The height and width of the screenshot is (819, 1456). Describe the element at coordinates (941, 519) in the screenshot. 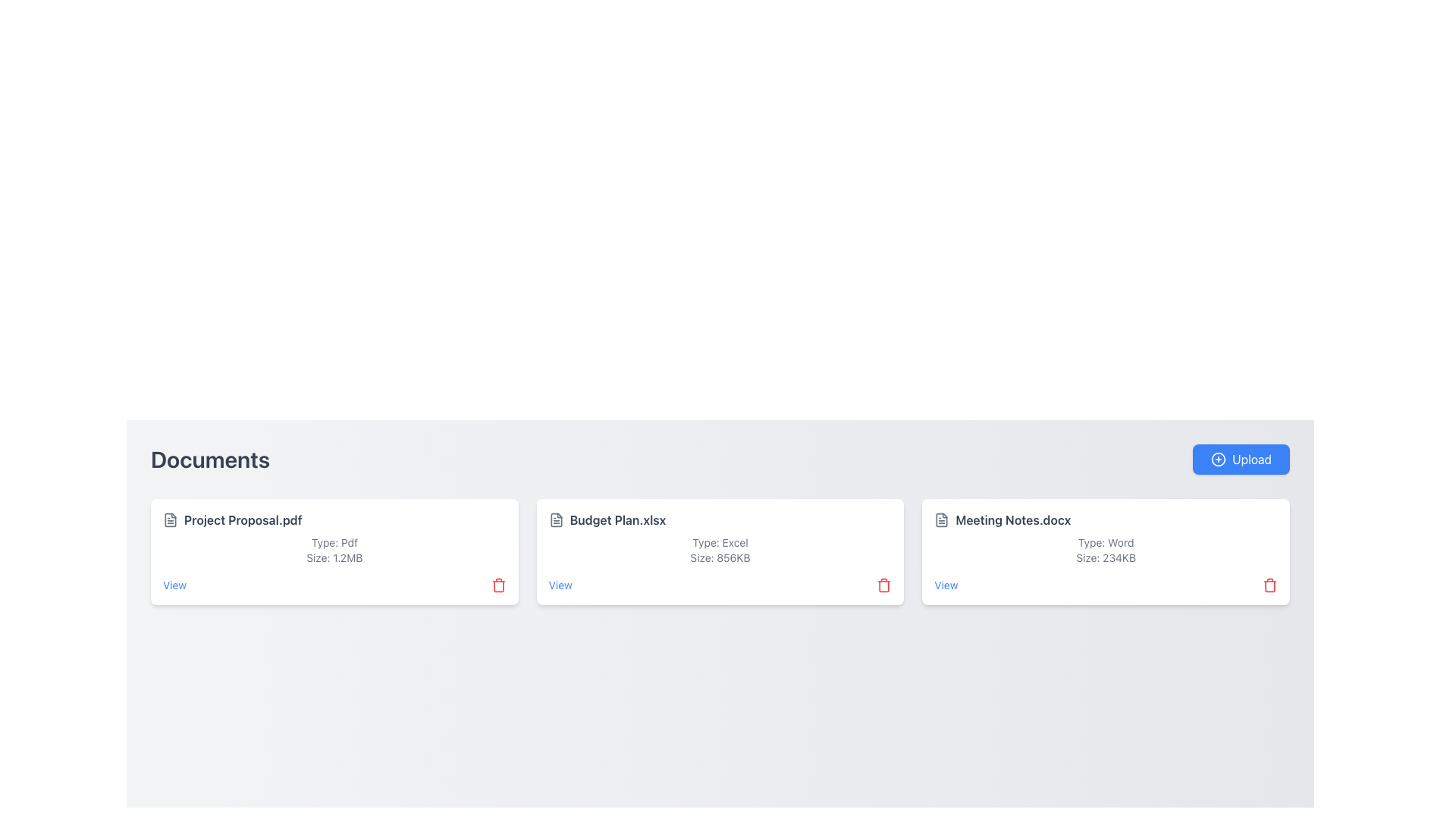

I see `the document format icon` at that location.